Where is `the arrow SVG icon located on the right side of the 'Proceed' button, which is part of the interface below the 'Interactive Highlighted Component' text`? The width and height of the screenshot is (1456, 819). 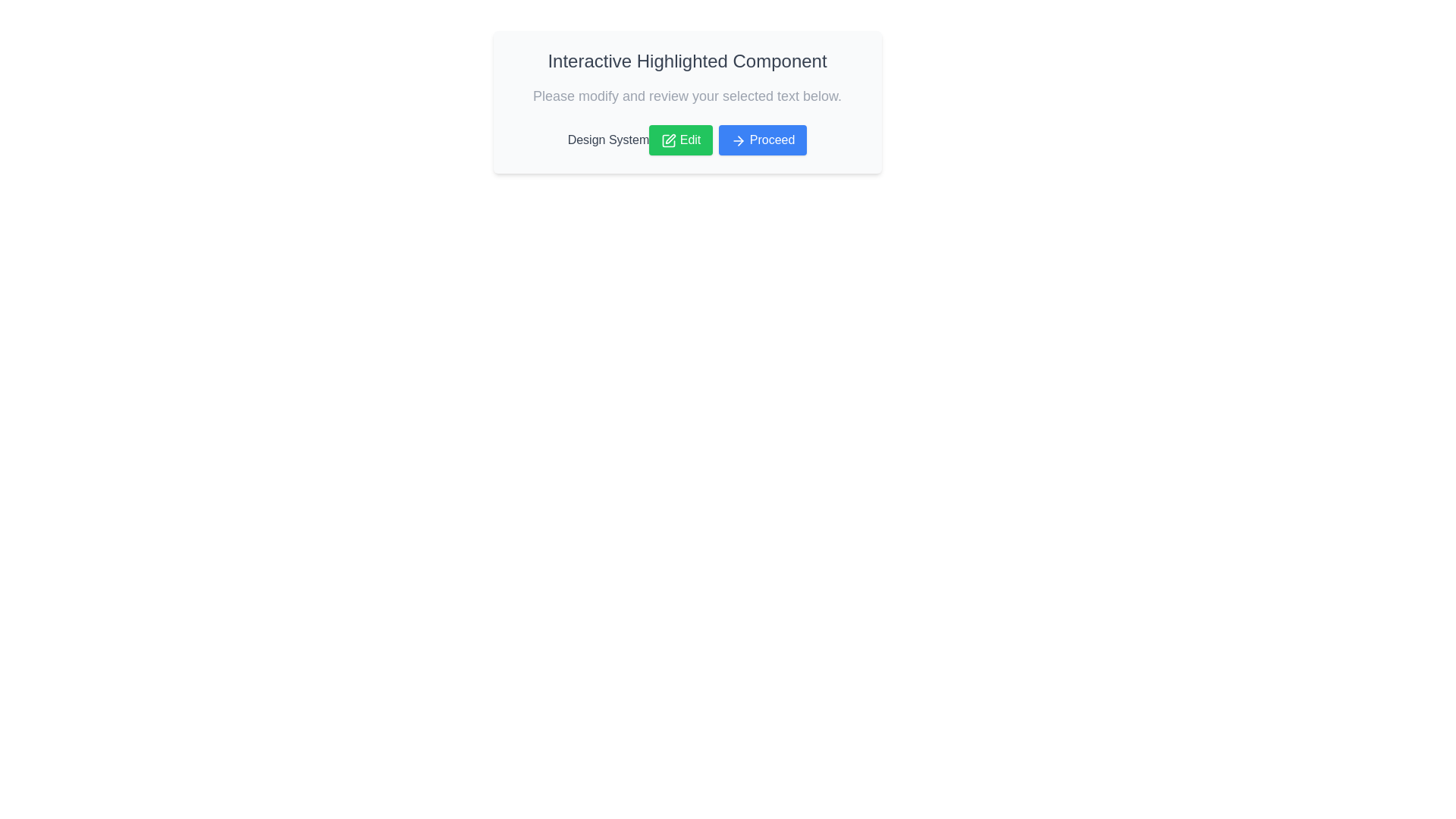 the arrow SVG icon located on the right side of the 'Proceed' button, which is part of the interface below the 'Interactive Highlighted Component' text is located at coordinates (739, 140).